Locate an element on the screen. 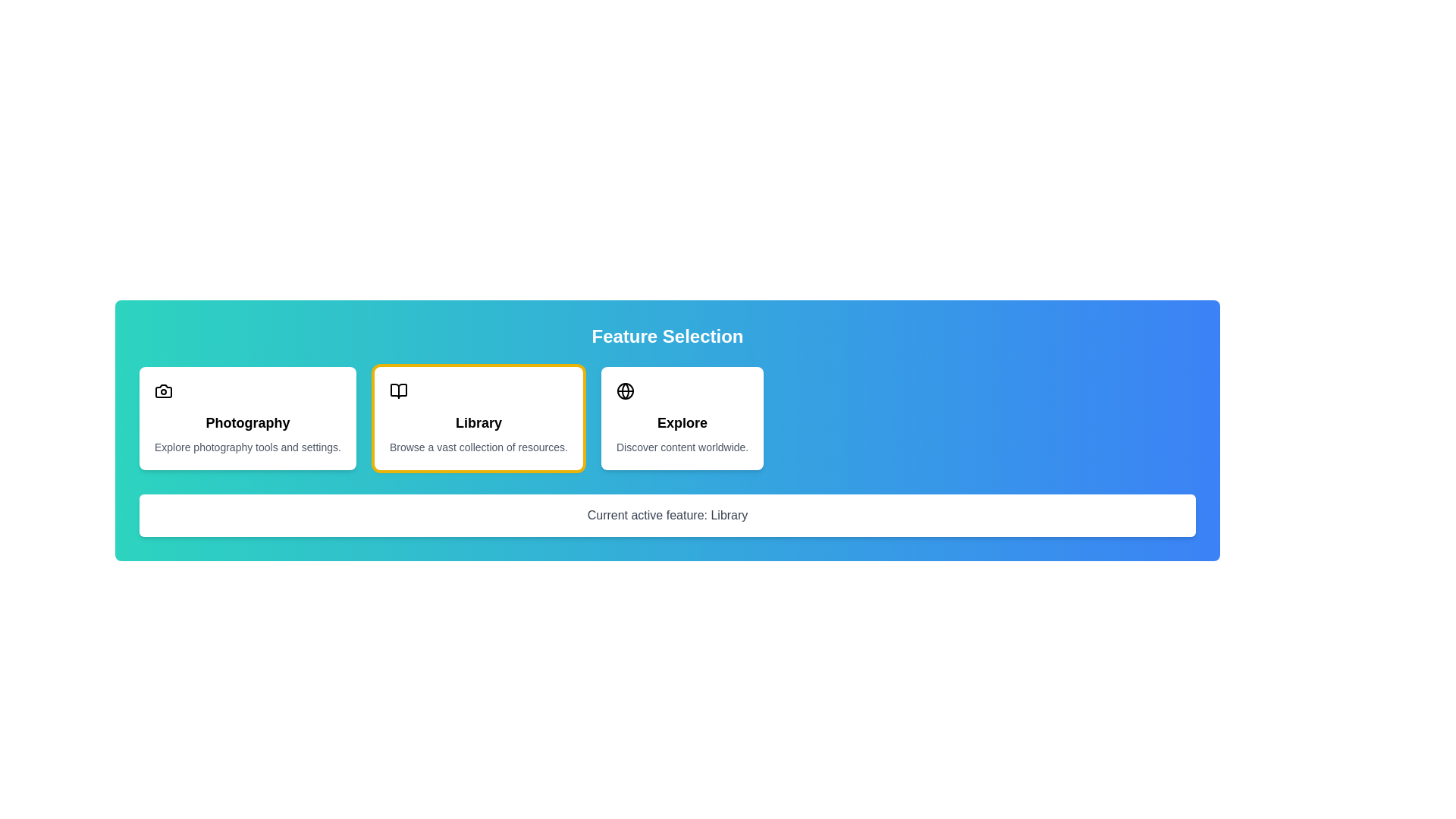 Image resolution: width=1456 pixels, height=819 pixels. the icon located in the top right corner of the 'Explore' card is located at coordinates (626, 391).